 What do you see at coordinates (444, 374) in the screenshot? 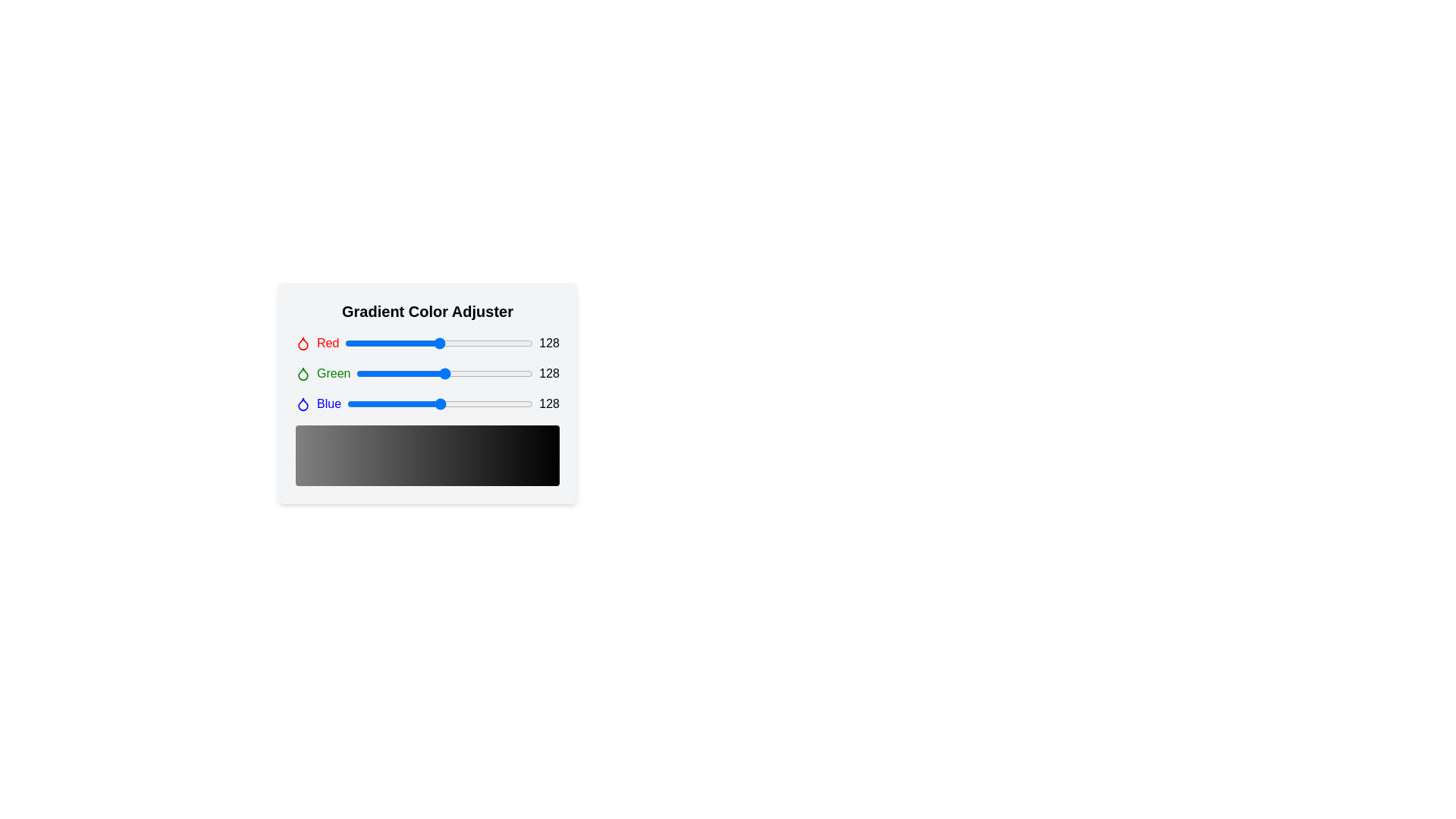
I see `the green slider to 128` at bounding box center [444, 374].